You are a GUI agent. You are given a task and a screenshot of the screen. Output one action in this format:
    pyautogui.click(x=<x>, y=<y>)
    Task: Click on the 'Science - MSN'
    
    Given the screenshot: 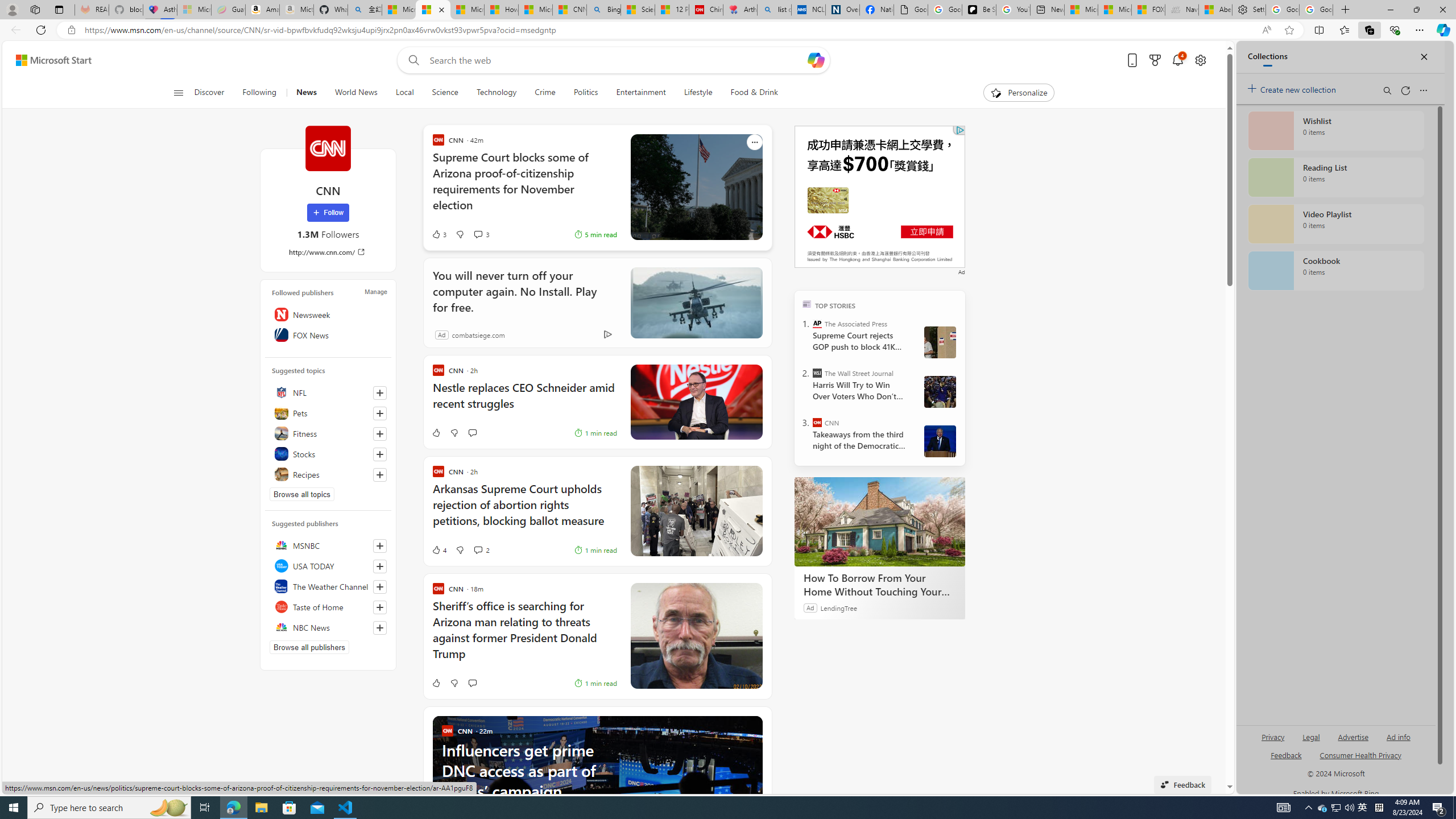 What is the action you would take?
    pyautogui.click(x=638, y=9)
    